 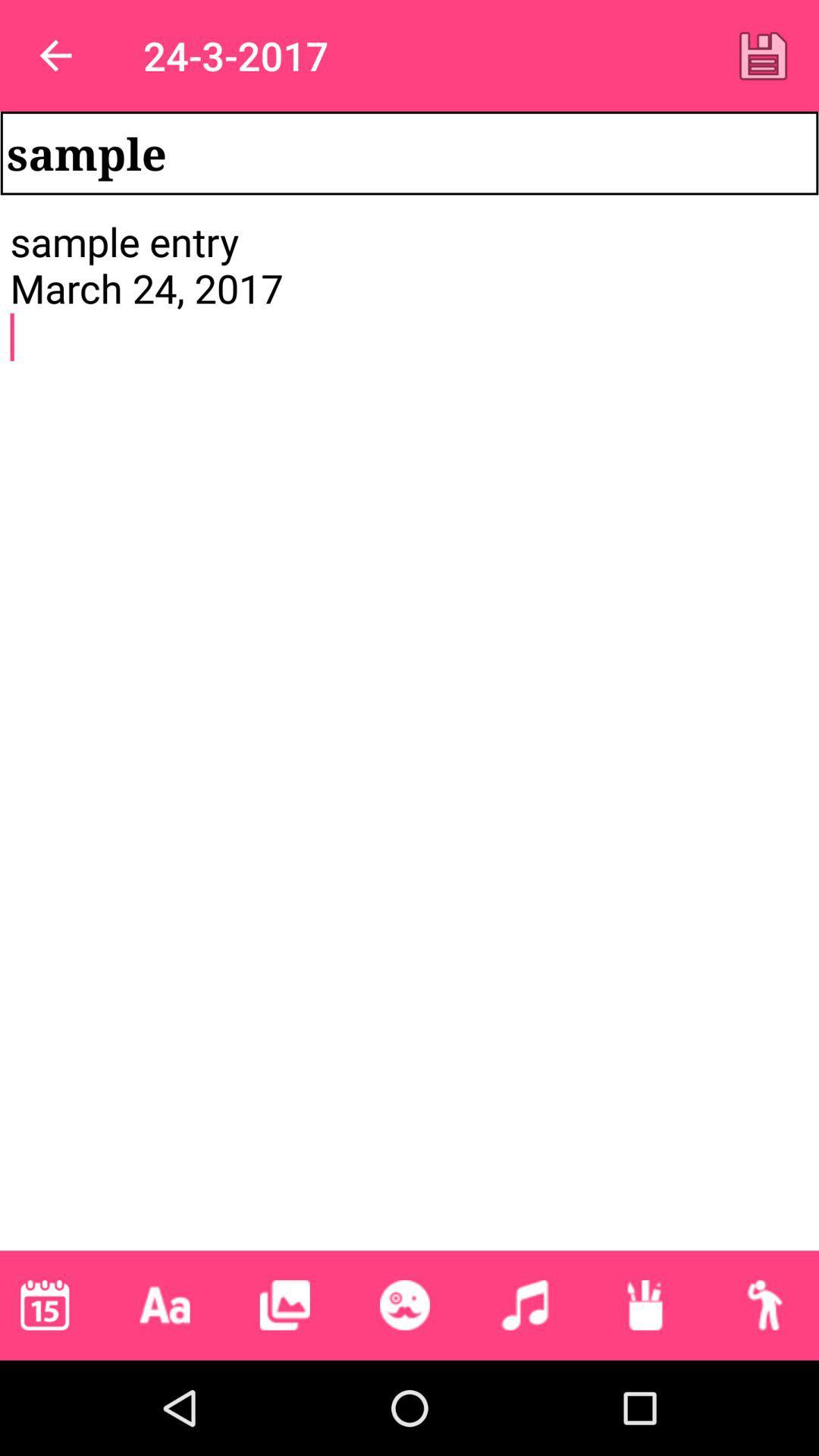 I want to click on insert an audio file, so click(x=524, y=1304).